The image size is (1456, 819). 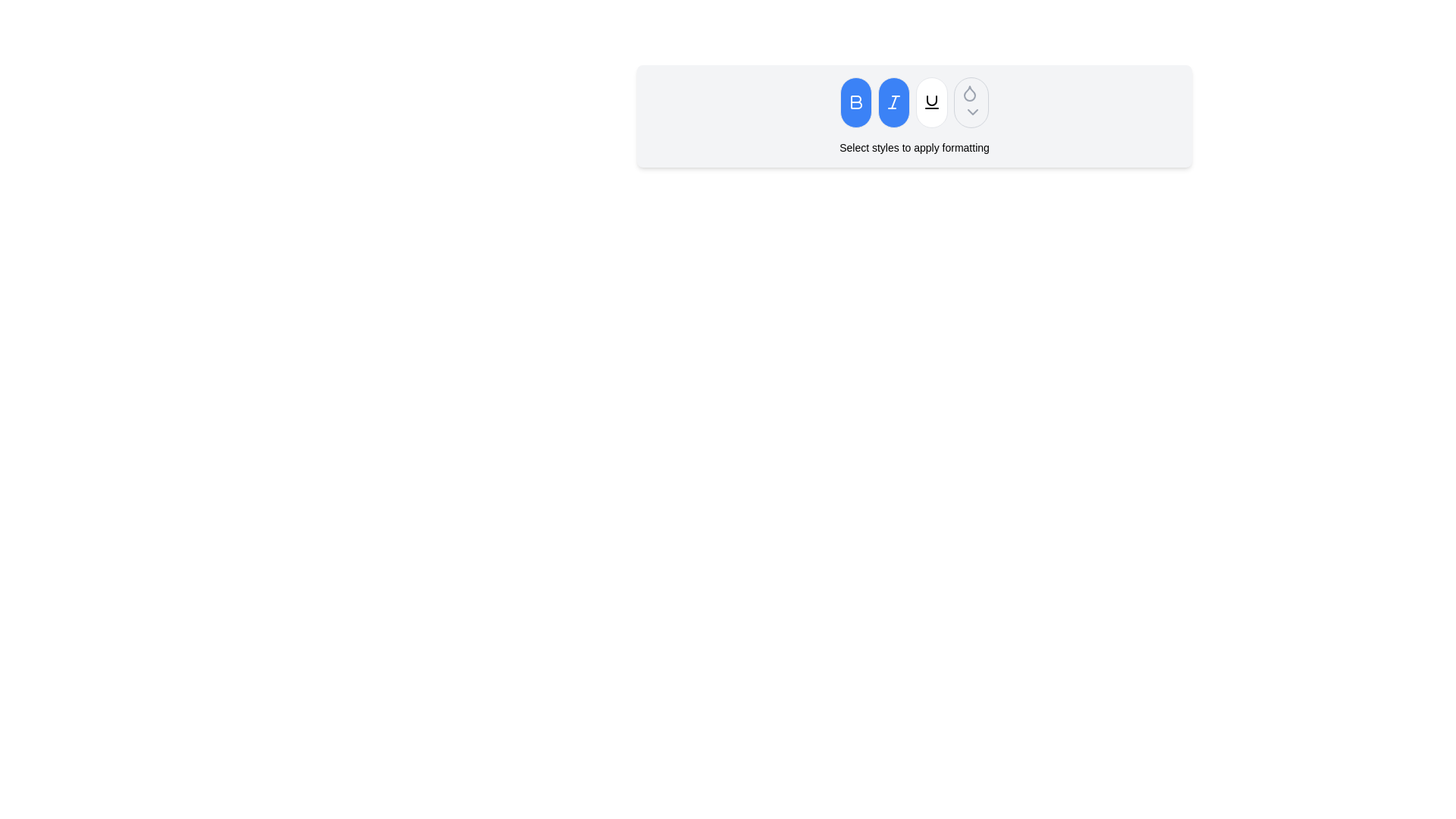 I want to click on the drop-shaped icon resembling a water droplet located at the center of the toolbar containing formatting options, so click(x=968, y=93).